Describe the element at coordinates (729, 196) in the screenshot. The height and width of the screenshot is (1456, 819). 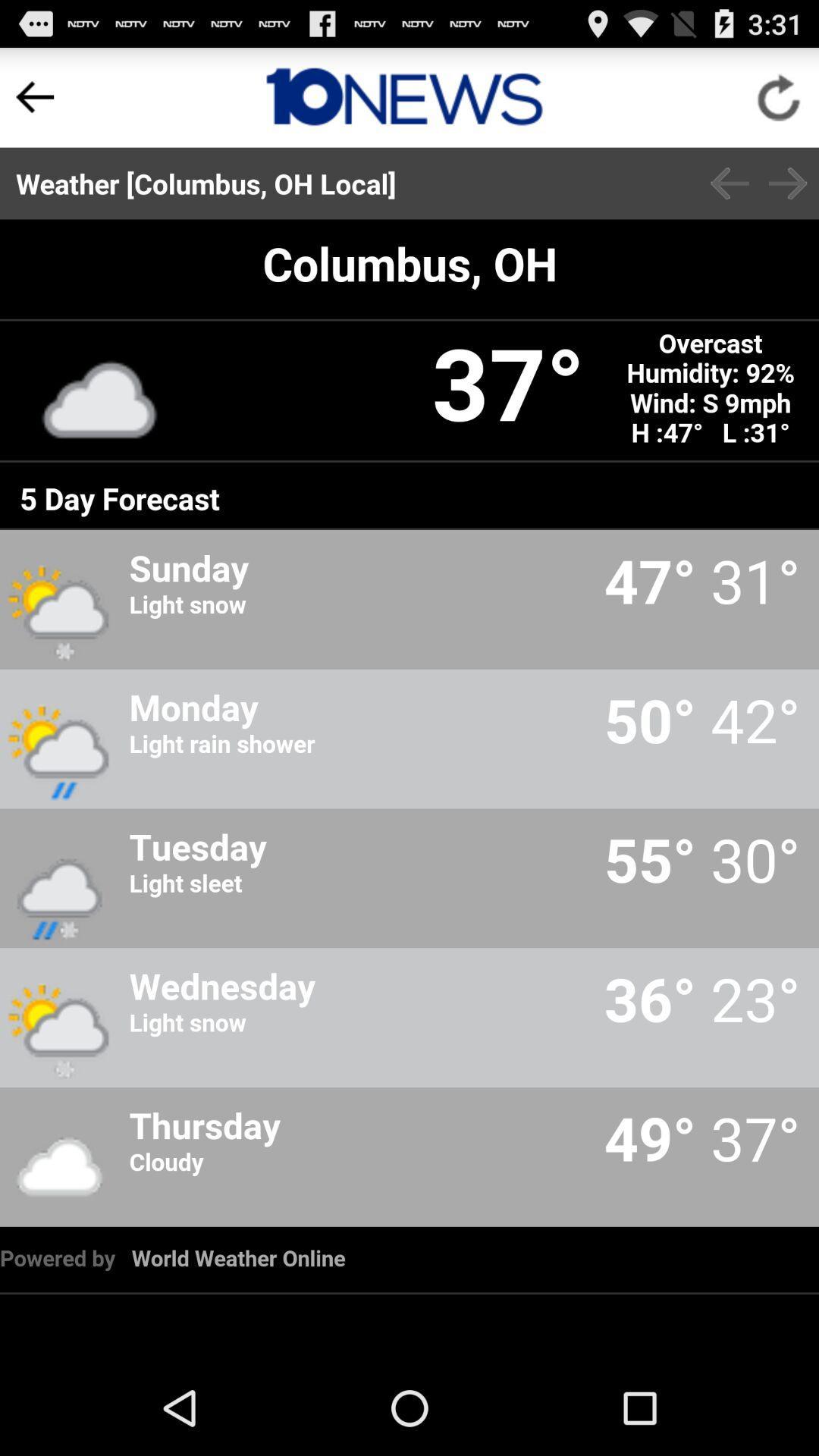
I see `the arrow_backward icon` at that location.